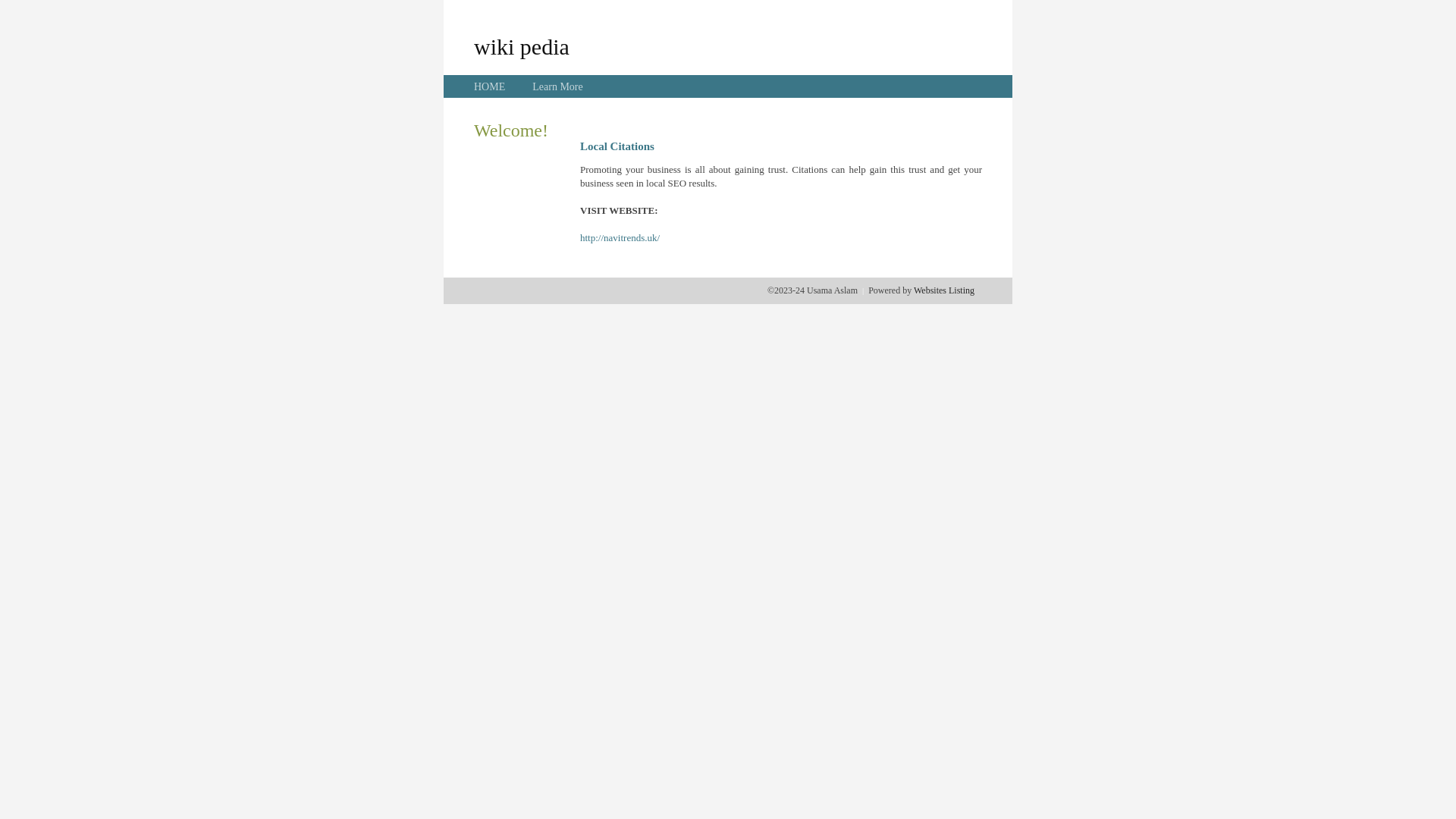 The image size is (1456, 819). Describe the element at coordinates (620, 237) in the screenshot. I see `'http://navitrends.uk/'` at that location.